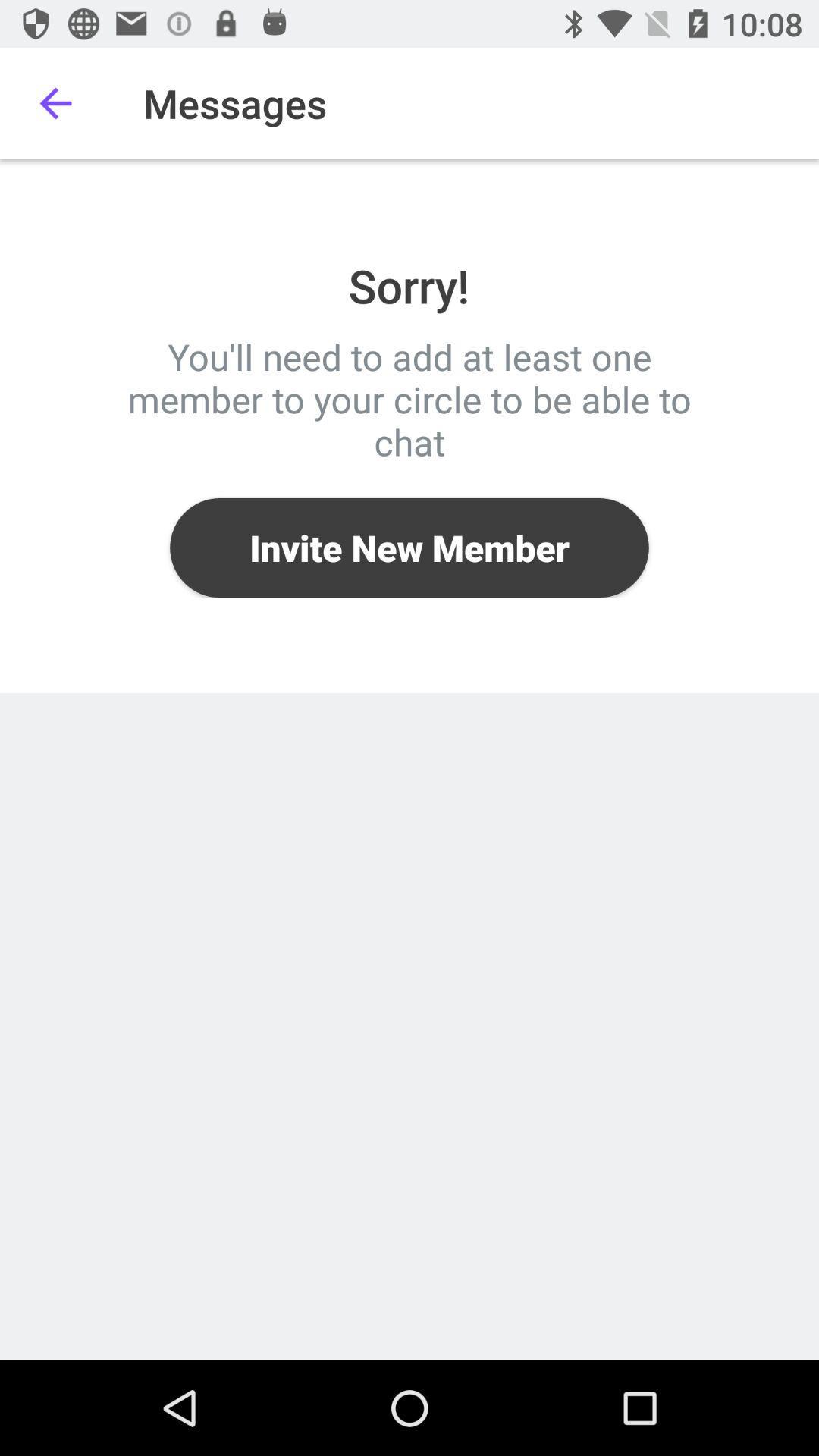 This screenshot has width=819, height=1456. What do you see at coordinates (409, 547) in the screenshot?
I see `the invite new member icon` at bounding box center [409, 547].